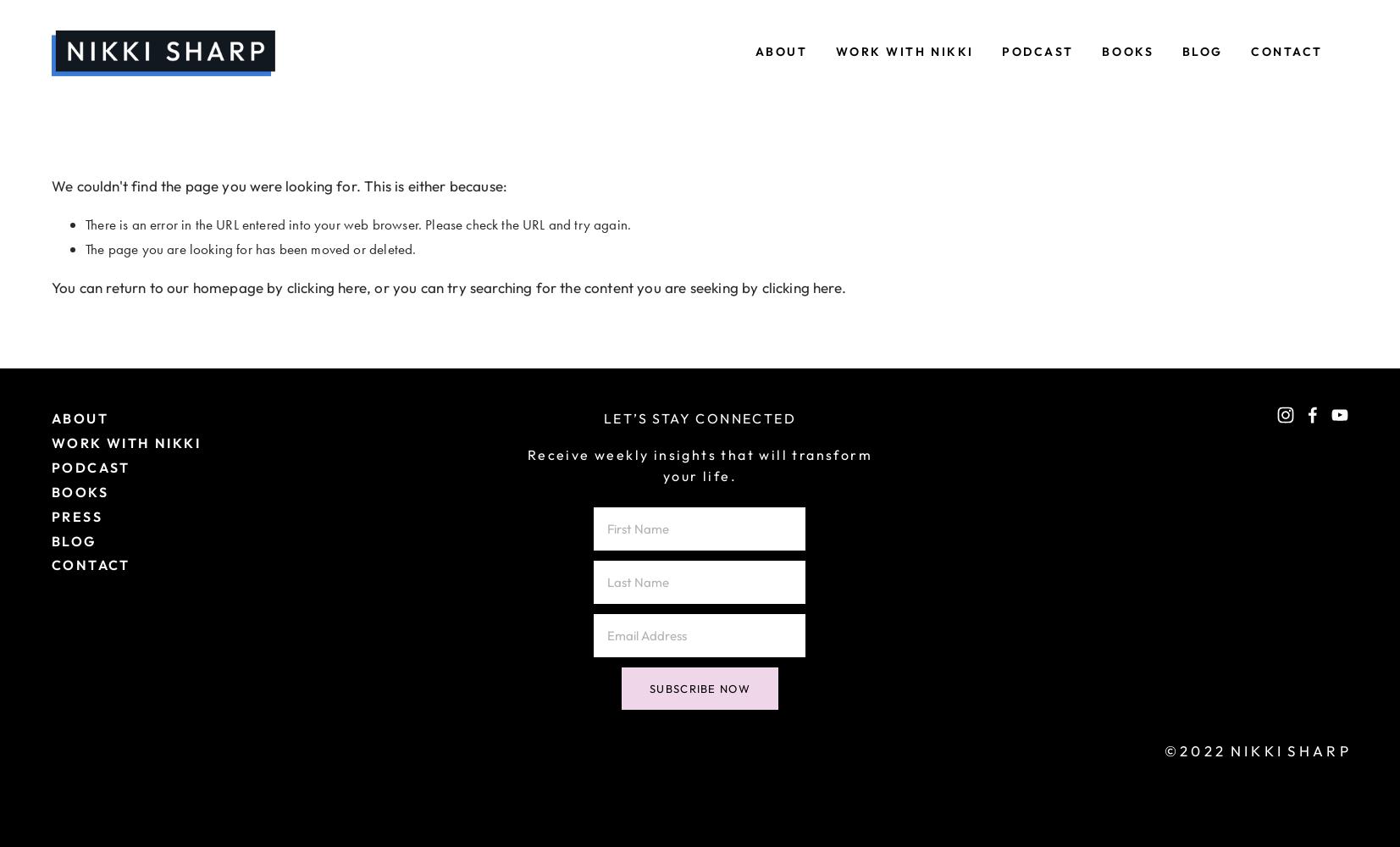  Describe the element at coordinates (1127, 51) in the screenshot. I see `'Books'` at that location.